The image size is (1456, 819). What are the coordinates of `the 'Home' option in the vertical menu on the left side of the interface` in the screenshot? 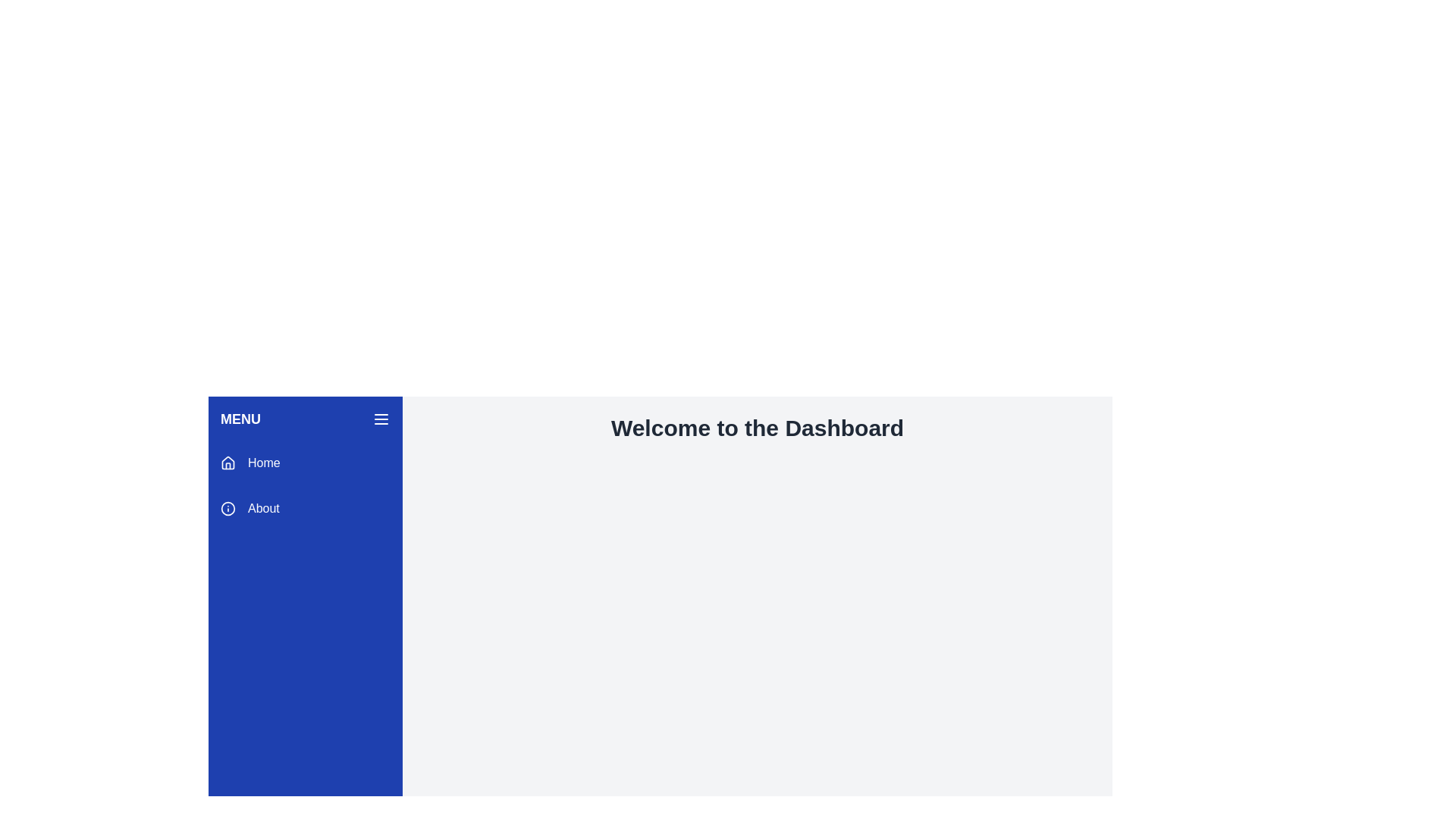 It's located at (305, 485).